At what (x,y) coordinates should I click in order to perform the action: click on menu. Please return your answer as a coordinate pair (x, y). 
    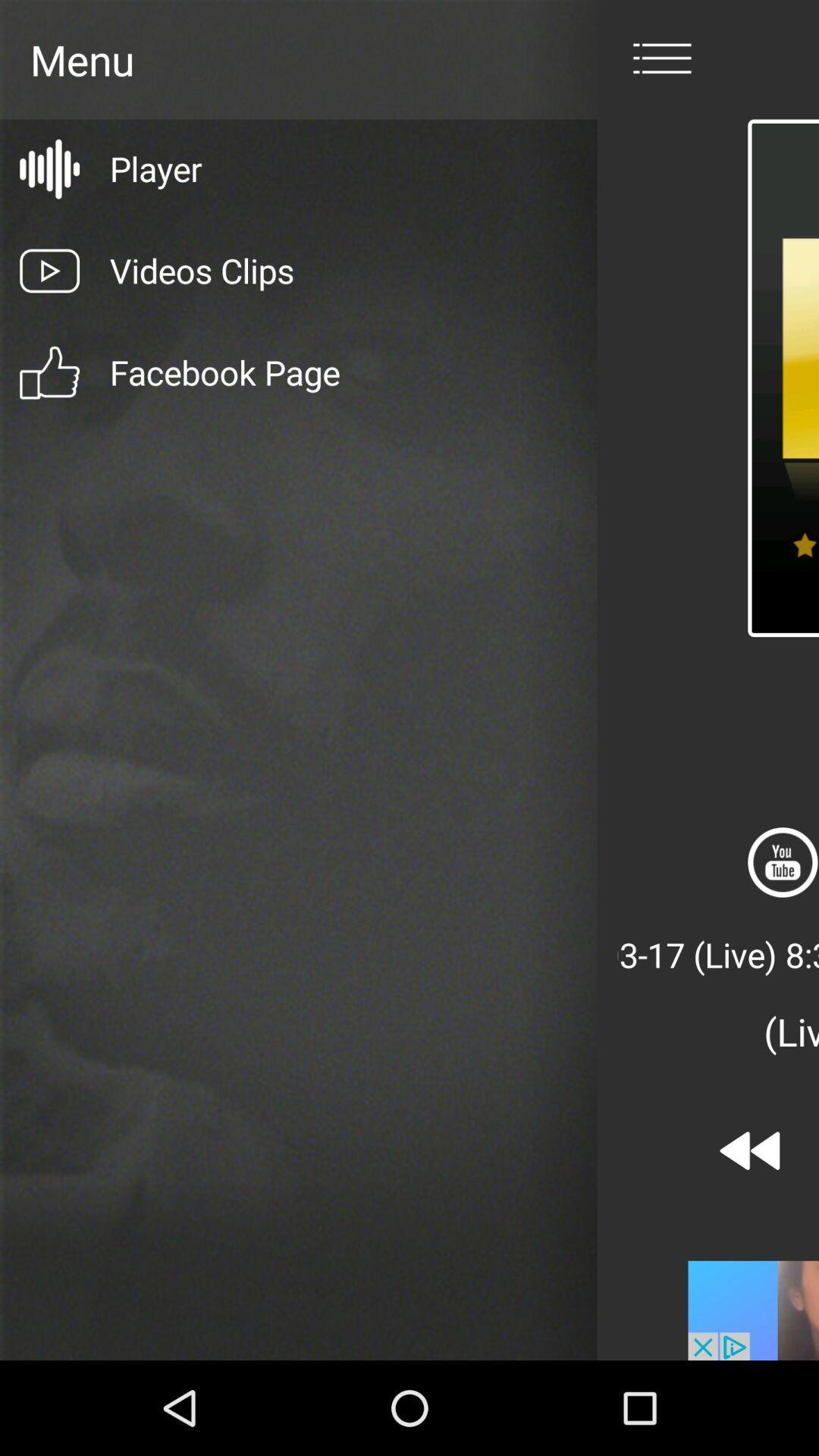
    Looking at the image, I should click on (661, 59).